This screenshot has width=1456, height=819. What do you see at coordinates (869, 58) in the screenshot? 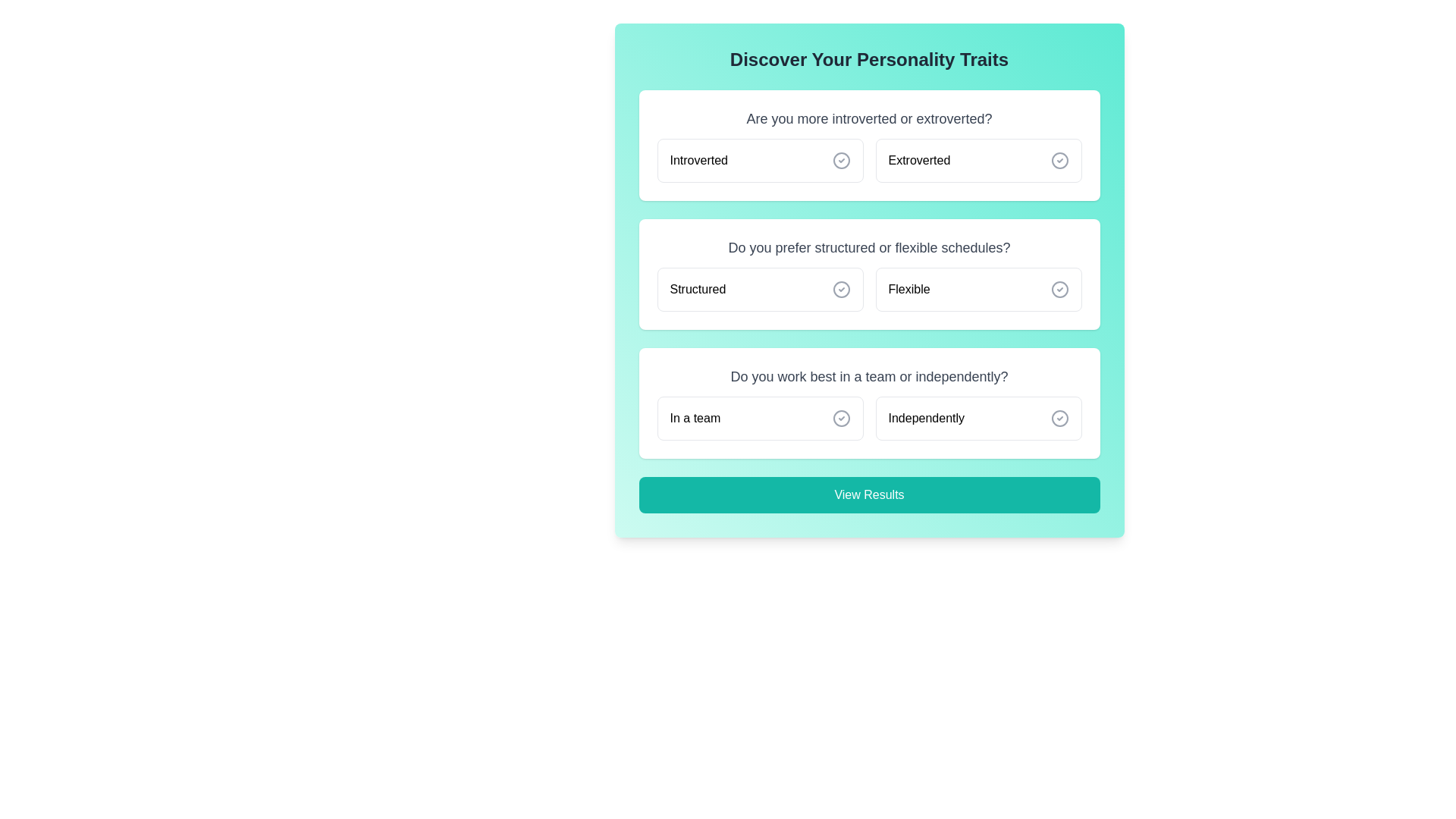
I see `the title text element located at the top of the teal gradient card, which indicates the purpose of the following content related to personality traits` at bounding box center [869, 58].